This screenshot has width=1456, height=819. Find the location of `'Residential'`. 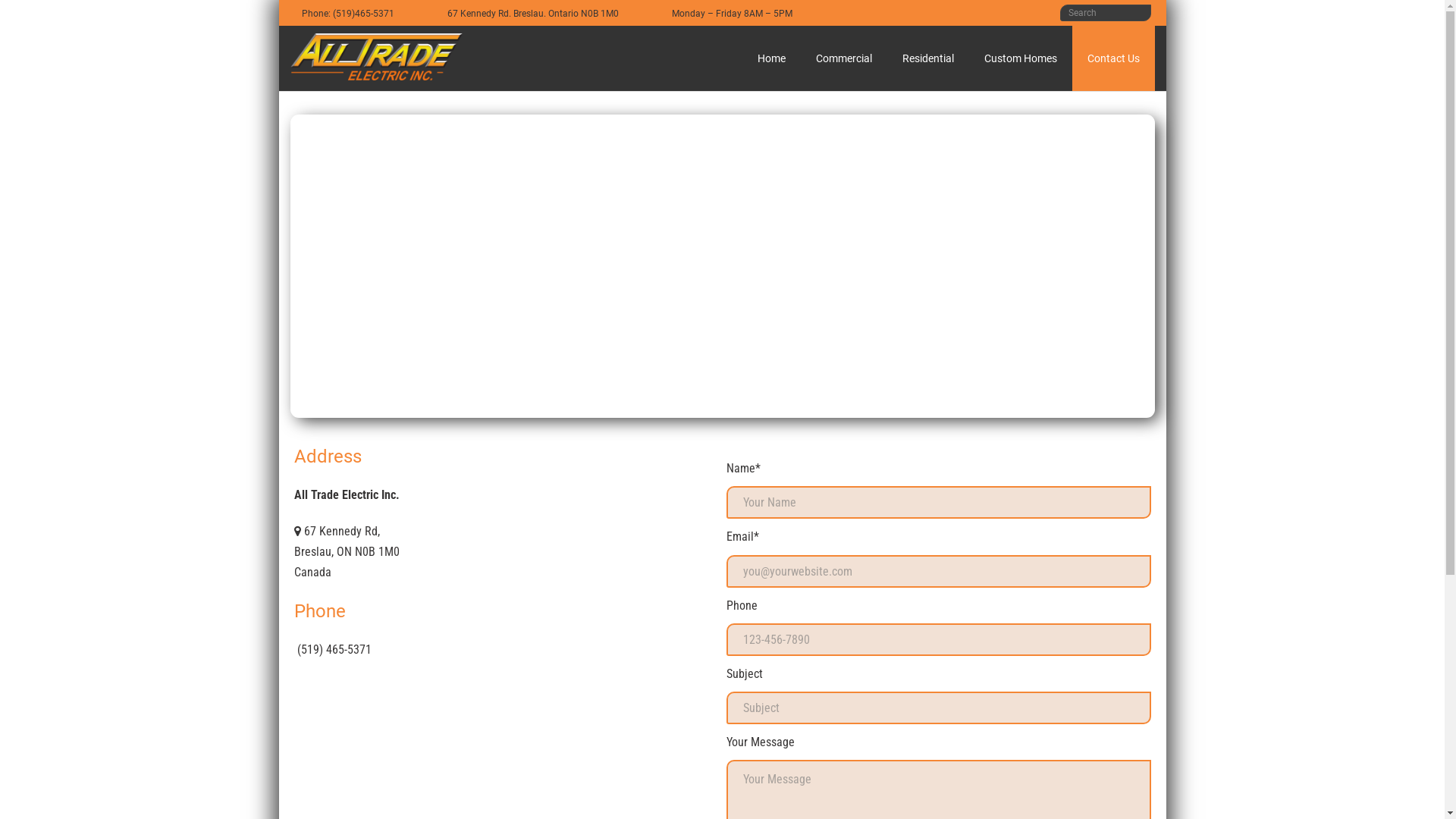

'Residential' is located at coordinates (927, 58).